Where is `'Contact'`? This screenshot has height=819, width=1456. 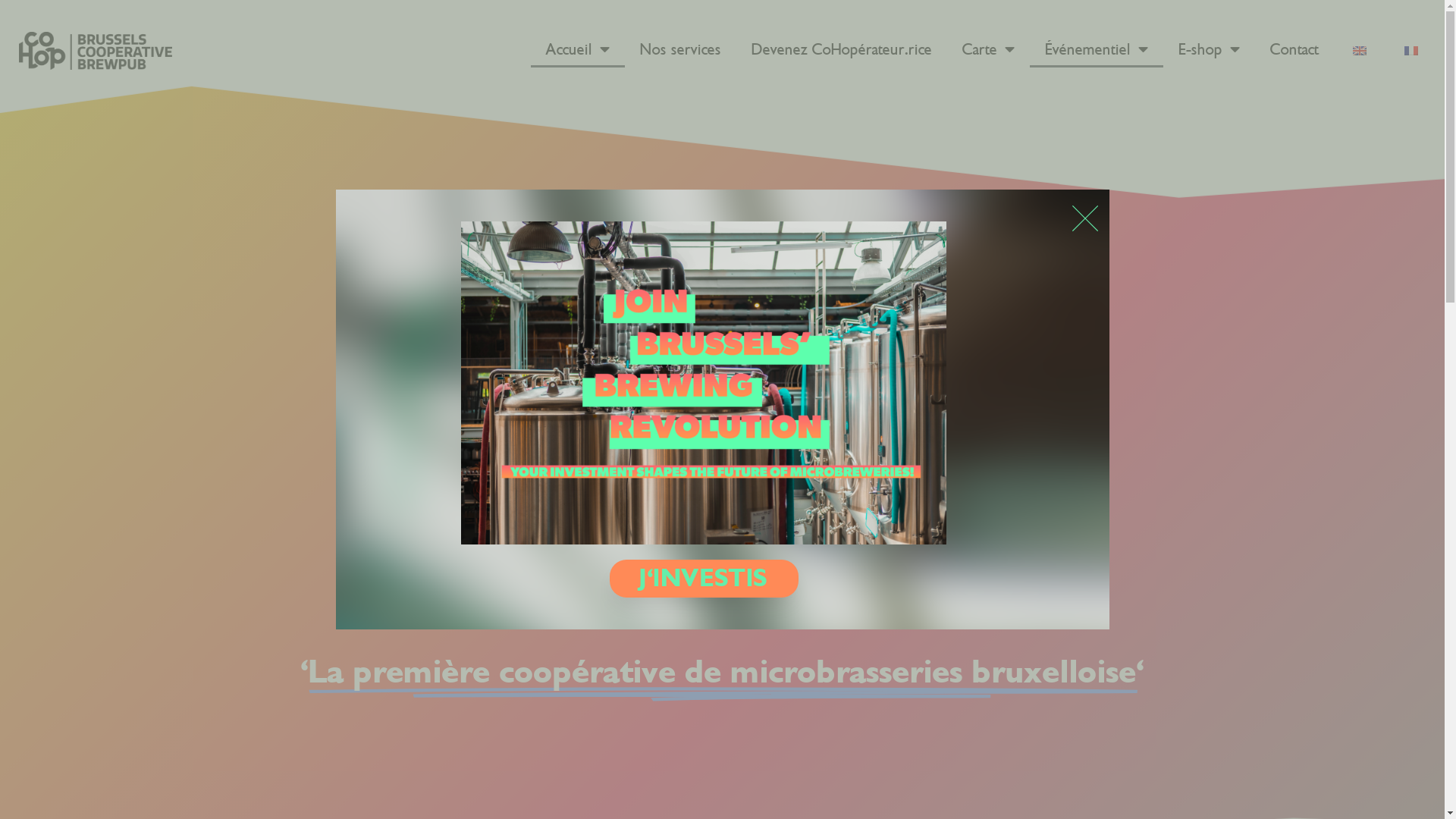 'Contact' is located at coordinates (1294, 49).